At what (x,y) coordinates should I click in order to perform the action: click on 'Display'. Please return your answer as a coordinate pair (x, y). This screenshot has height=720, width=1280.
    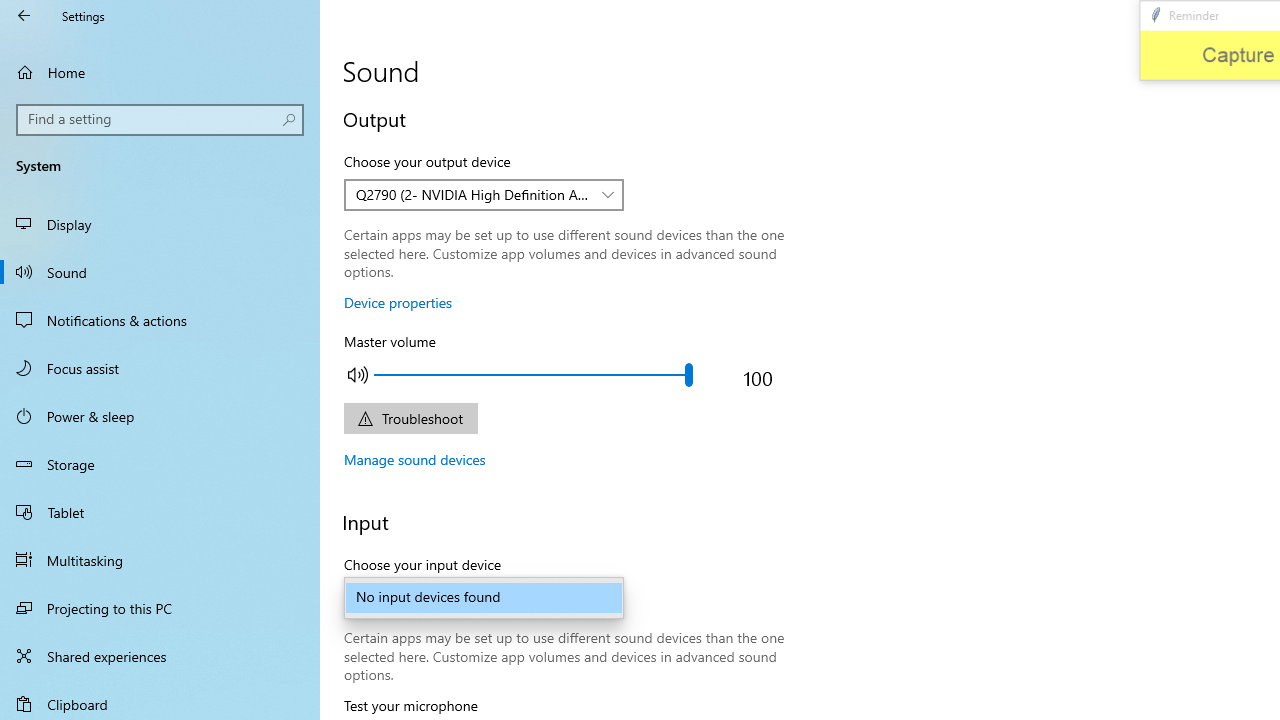
    Looking at the image, I should click on (160, 223).